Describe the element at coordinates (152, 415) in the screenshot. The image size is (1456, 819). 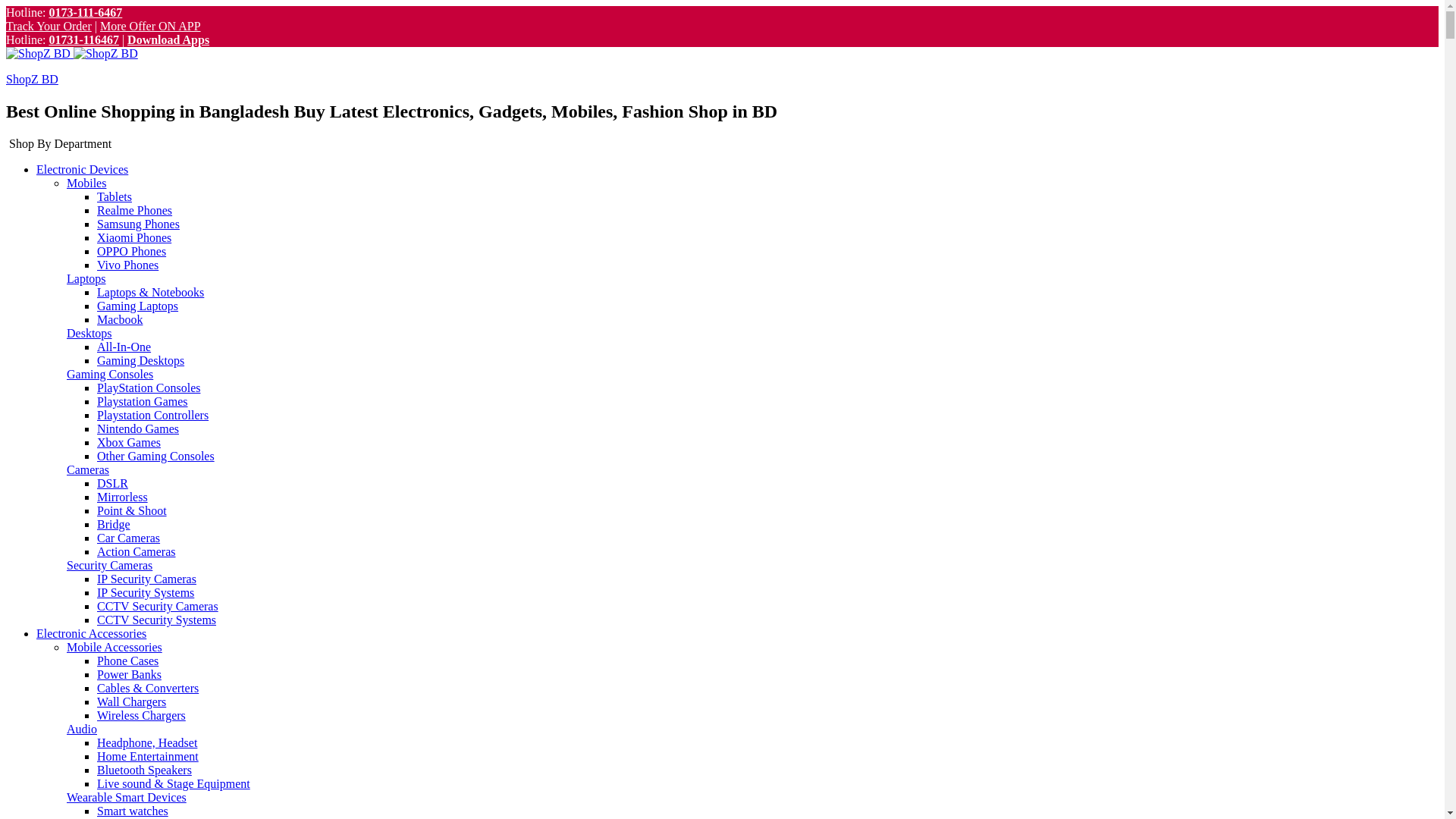
I see `'Playstation Controllers'` at that location.